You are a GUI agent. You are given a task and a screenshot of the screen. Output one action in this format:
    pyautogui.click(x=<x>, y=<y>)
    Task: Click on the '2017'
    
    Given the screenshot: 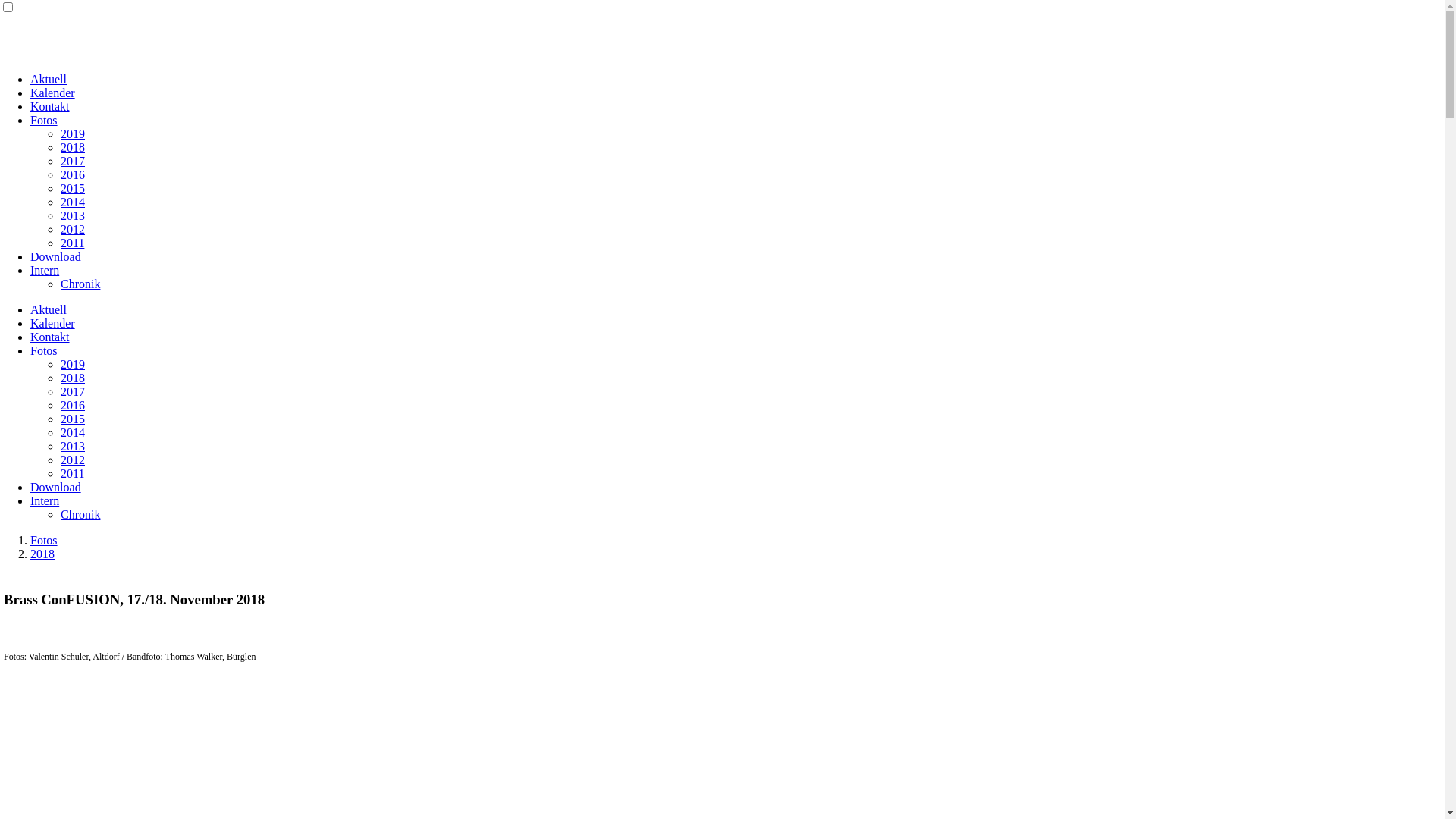 What is the action you would take?
    pyautogui.click(x=72, y=161)
    